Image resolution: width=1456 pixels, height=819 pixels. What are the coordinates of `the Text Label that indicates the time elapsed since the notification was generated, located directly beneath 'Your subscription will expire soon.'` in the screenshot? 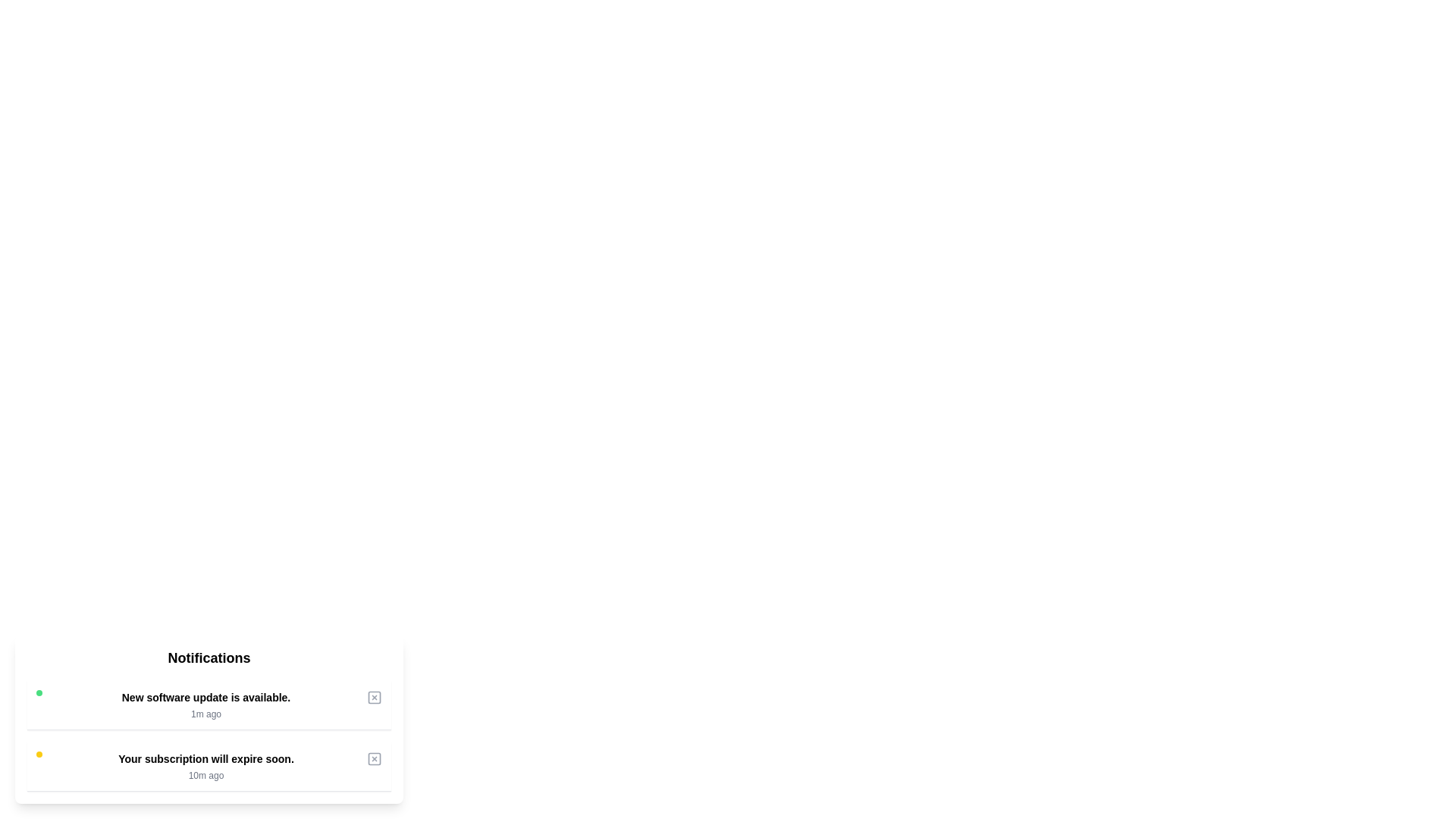 It's located at (206, 775).